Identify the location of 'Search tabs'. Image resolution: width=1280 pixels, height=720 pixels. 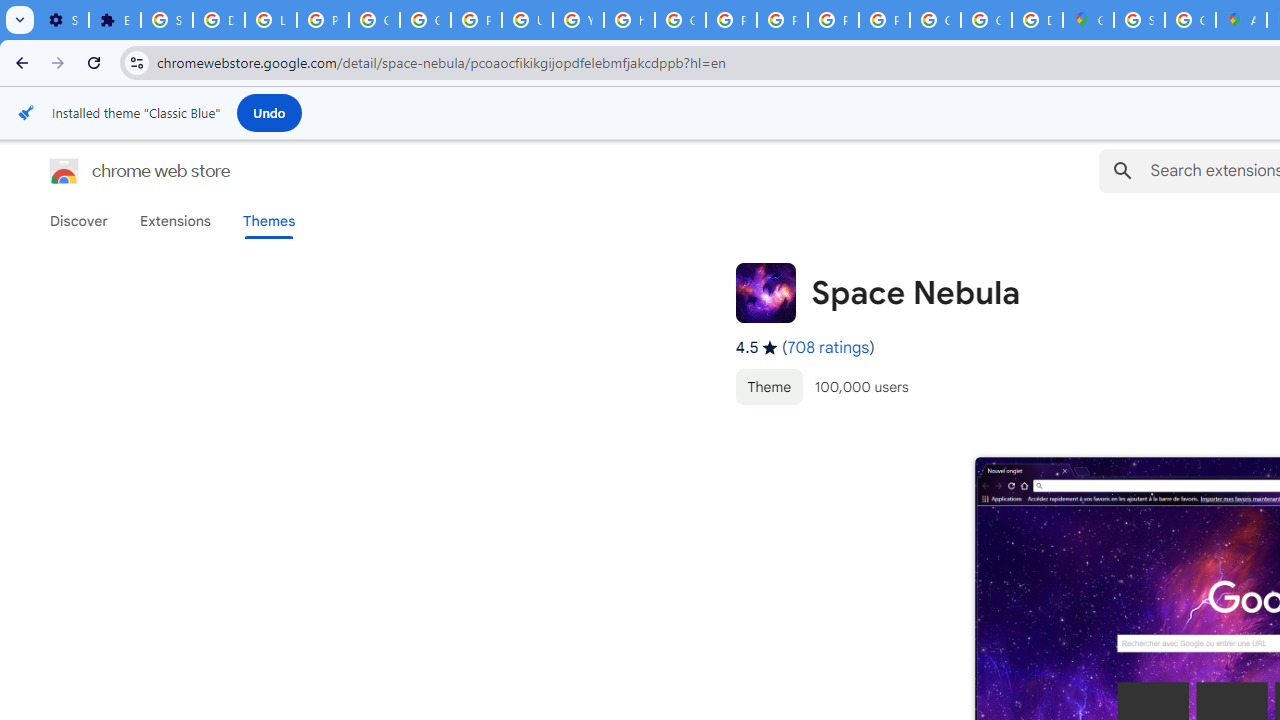
(20, 20).